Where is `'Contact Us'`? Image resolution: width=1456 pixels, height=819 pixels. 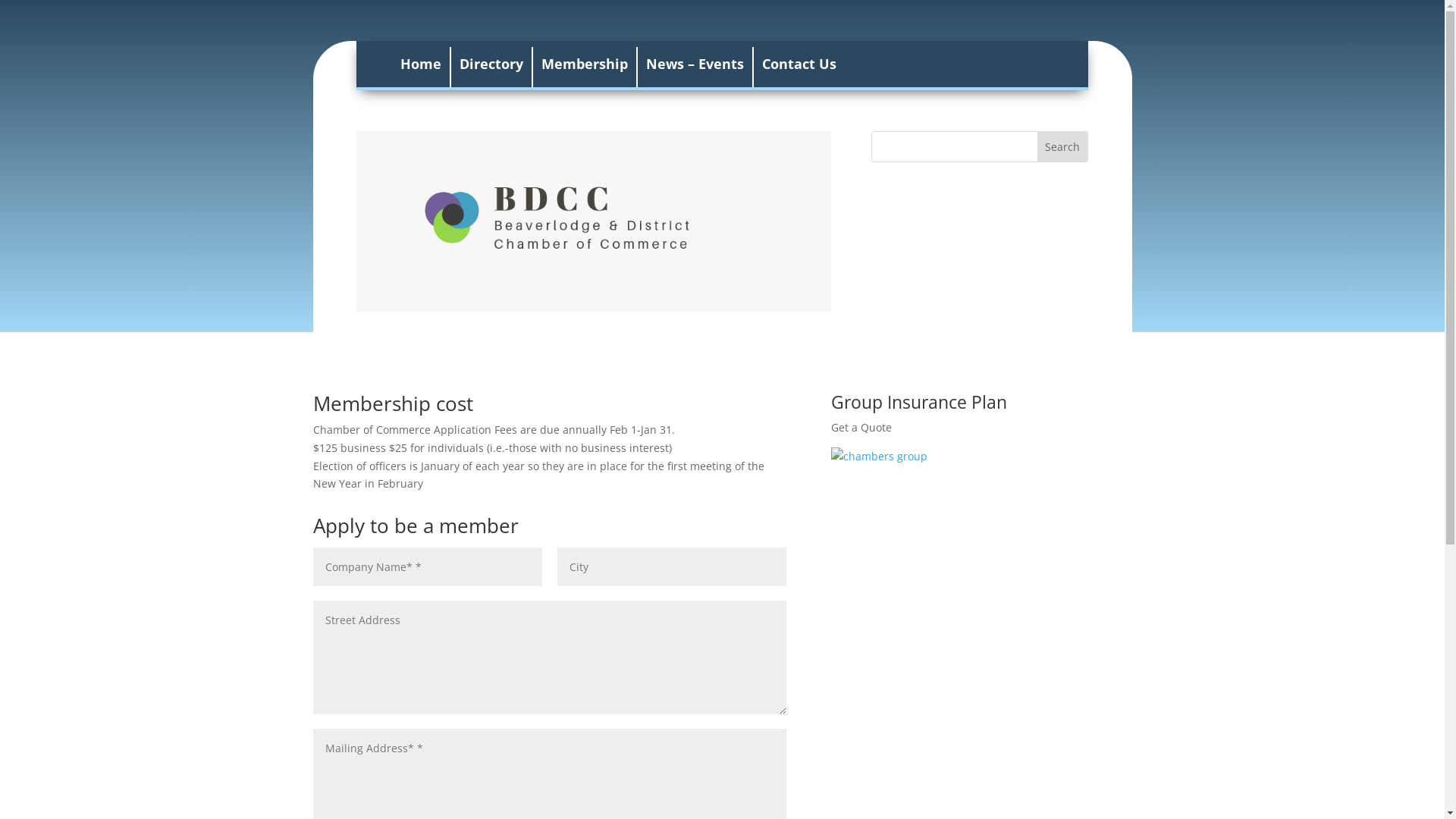 'Contact Us' is located at coordinates (799, 66).